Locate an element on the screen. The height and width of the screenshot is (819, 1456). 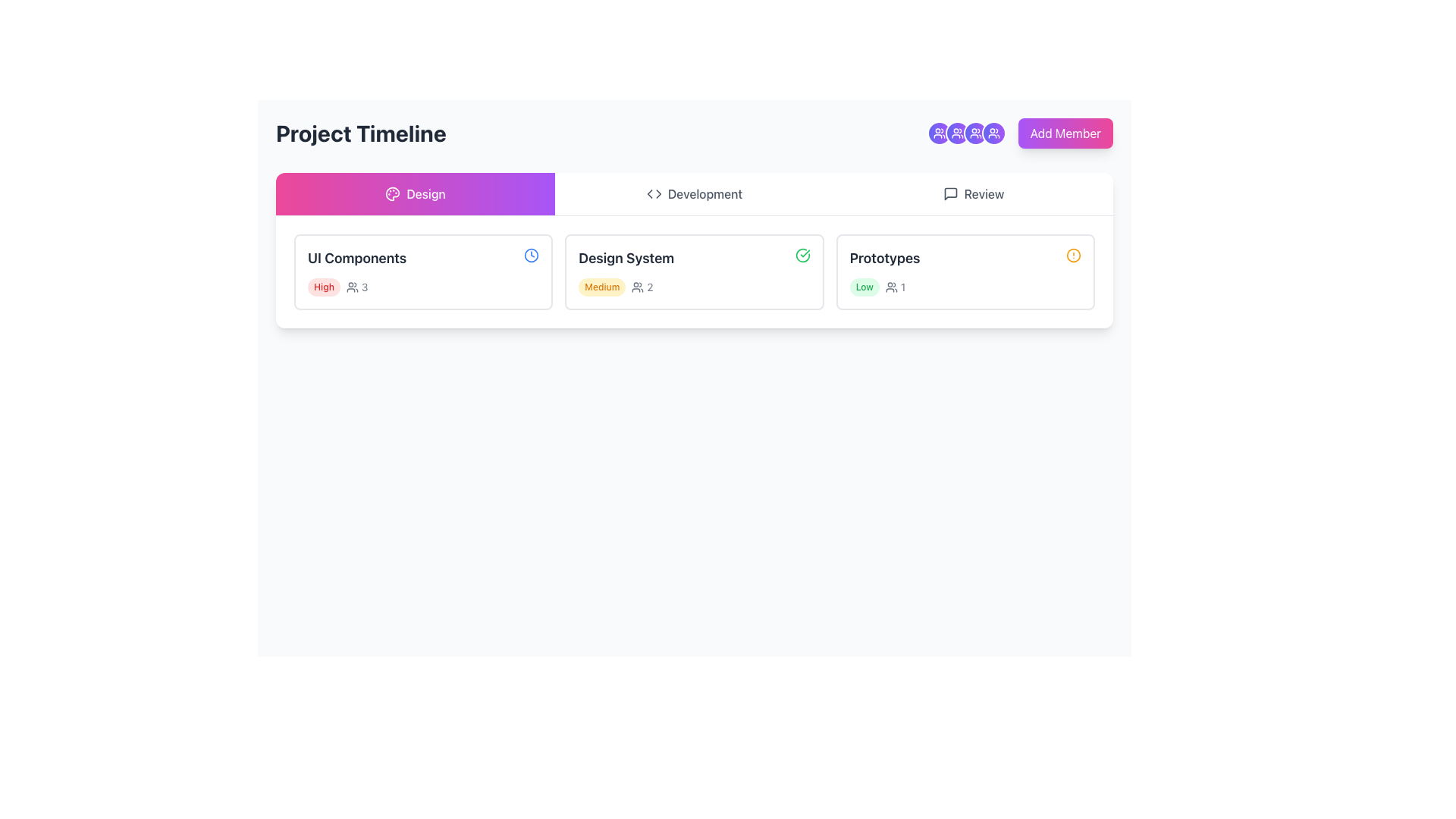
the Status Summary Box for the 'Prototypes' phase in the Project Timeline is located at coordinates (965, 271).